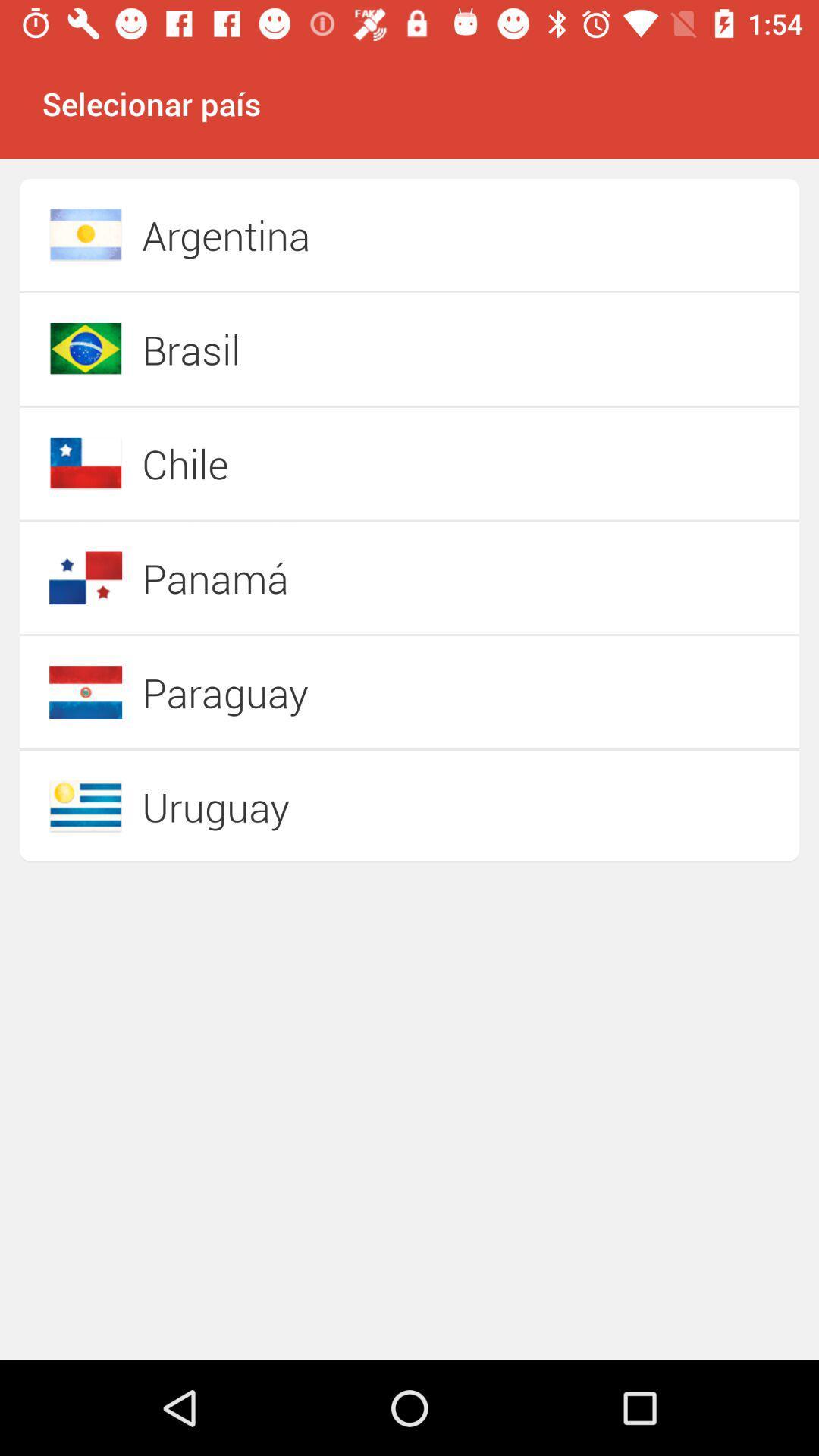  What do you see at coordinates (356, 577) in the screenshot?
I see `item below chile item` at bounding box center [356, 577].